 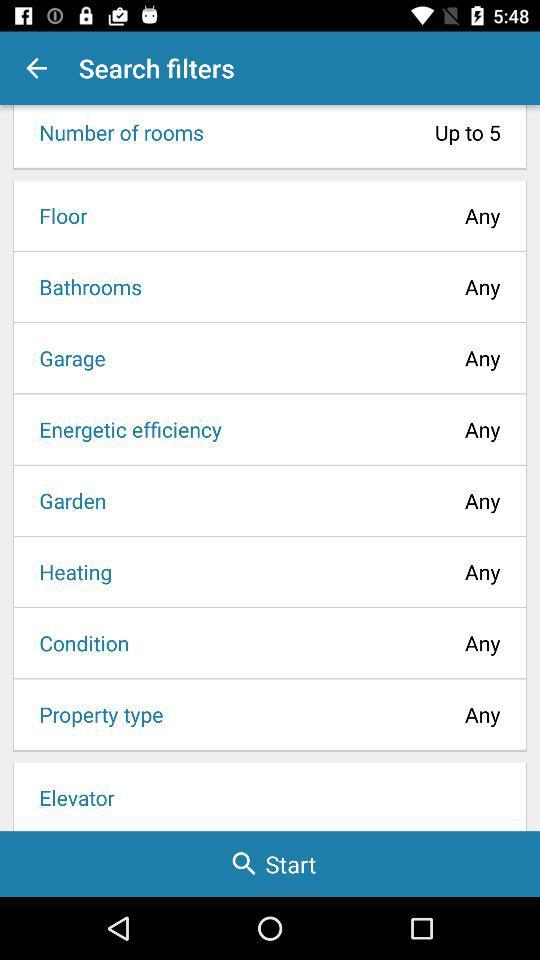 I want to click on garage, so click(x=65, y=358).